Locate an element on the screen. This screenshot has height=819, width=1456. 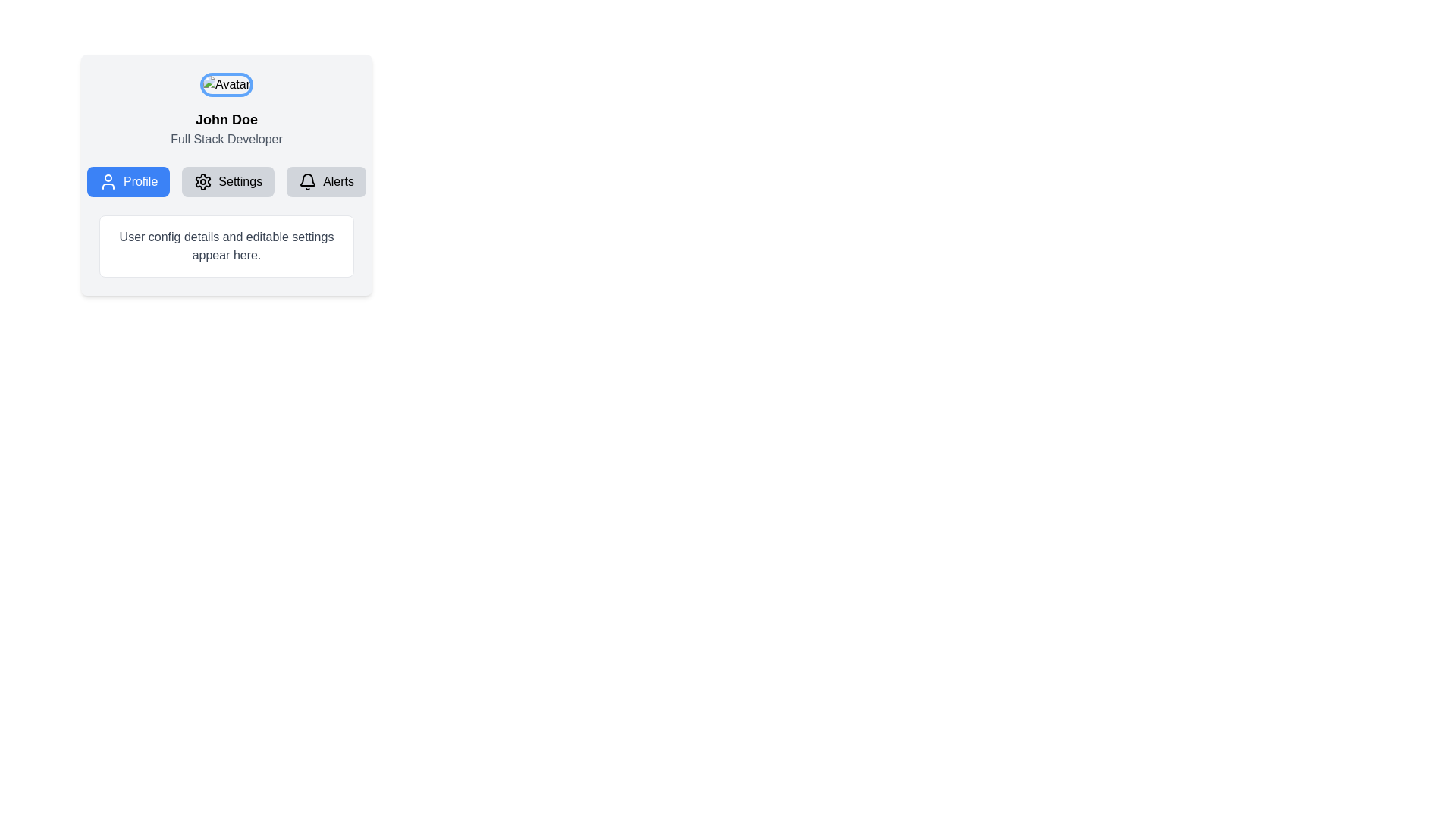
the 'Alerts' button, which is the third button in a horizontal sequence of three buttons, featuring a bell icon and the text 'Alerts' on a light gray background is located at coordinates (325, 180).